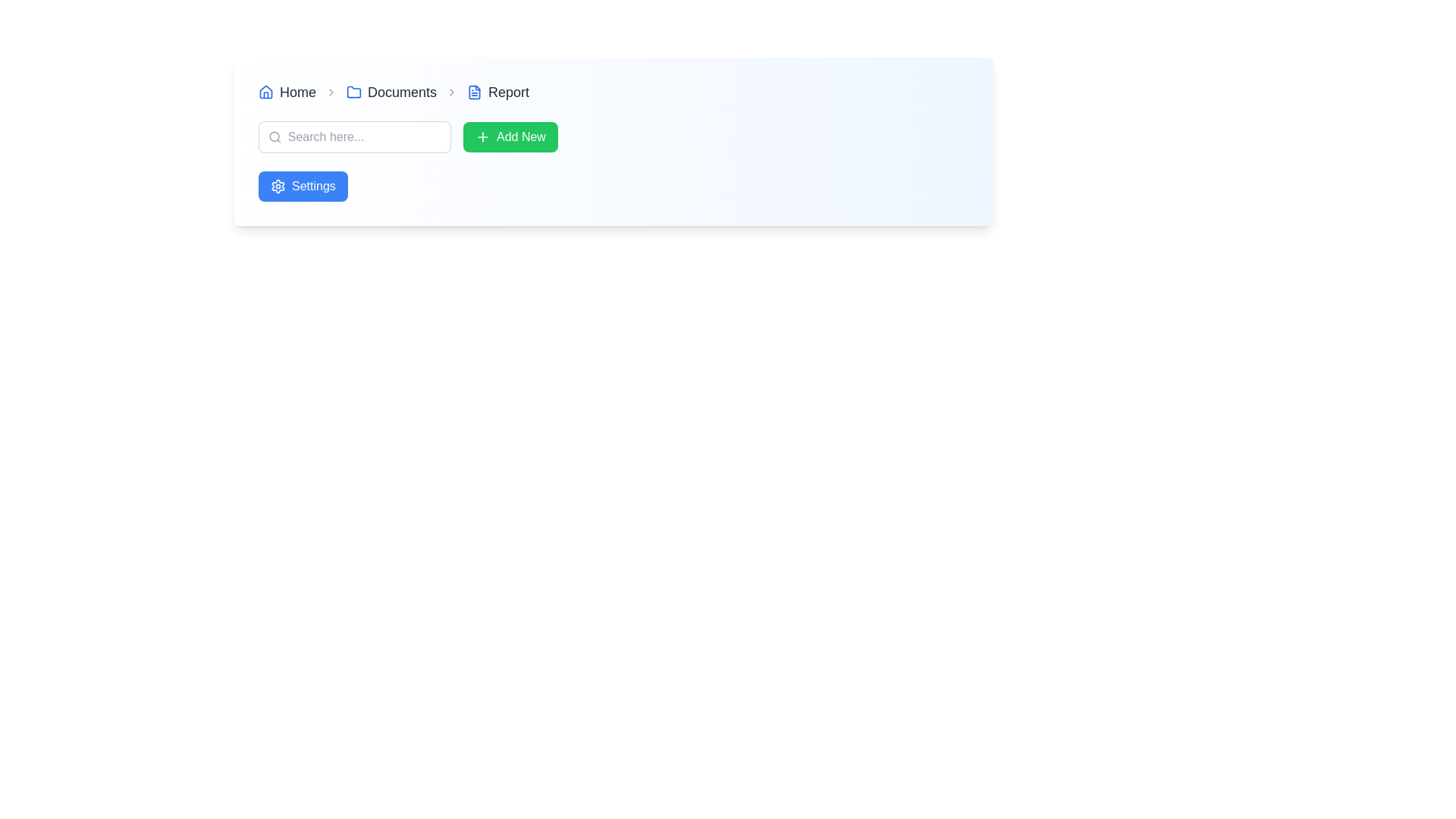  What do you see at coordinates (474, 93) in the screenshot?
I see `the SVG Icon representing the 'Report' document in the breadcrumb navigation located at the top center of the interface` at bounding box center [474, 93].